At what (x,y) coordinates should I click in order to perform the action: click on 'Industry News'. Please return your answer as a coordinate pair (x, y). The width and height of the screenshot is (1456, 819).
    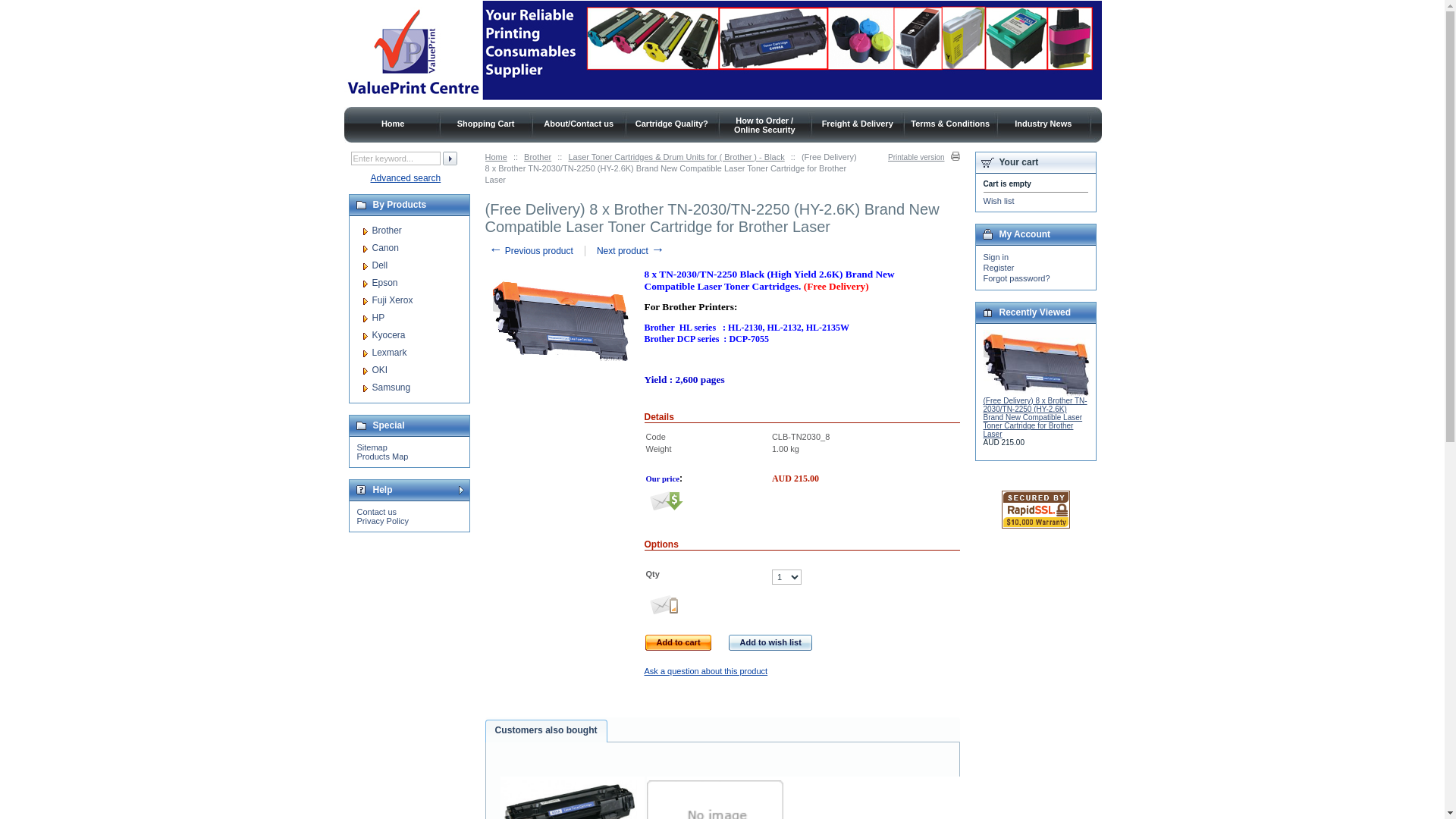
    Looking at the image, I should click on (1042, 122).